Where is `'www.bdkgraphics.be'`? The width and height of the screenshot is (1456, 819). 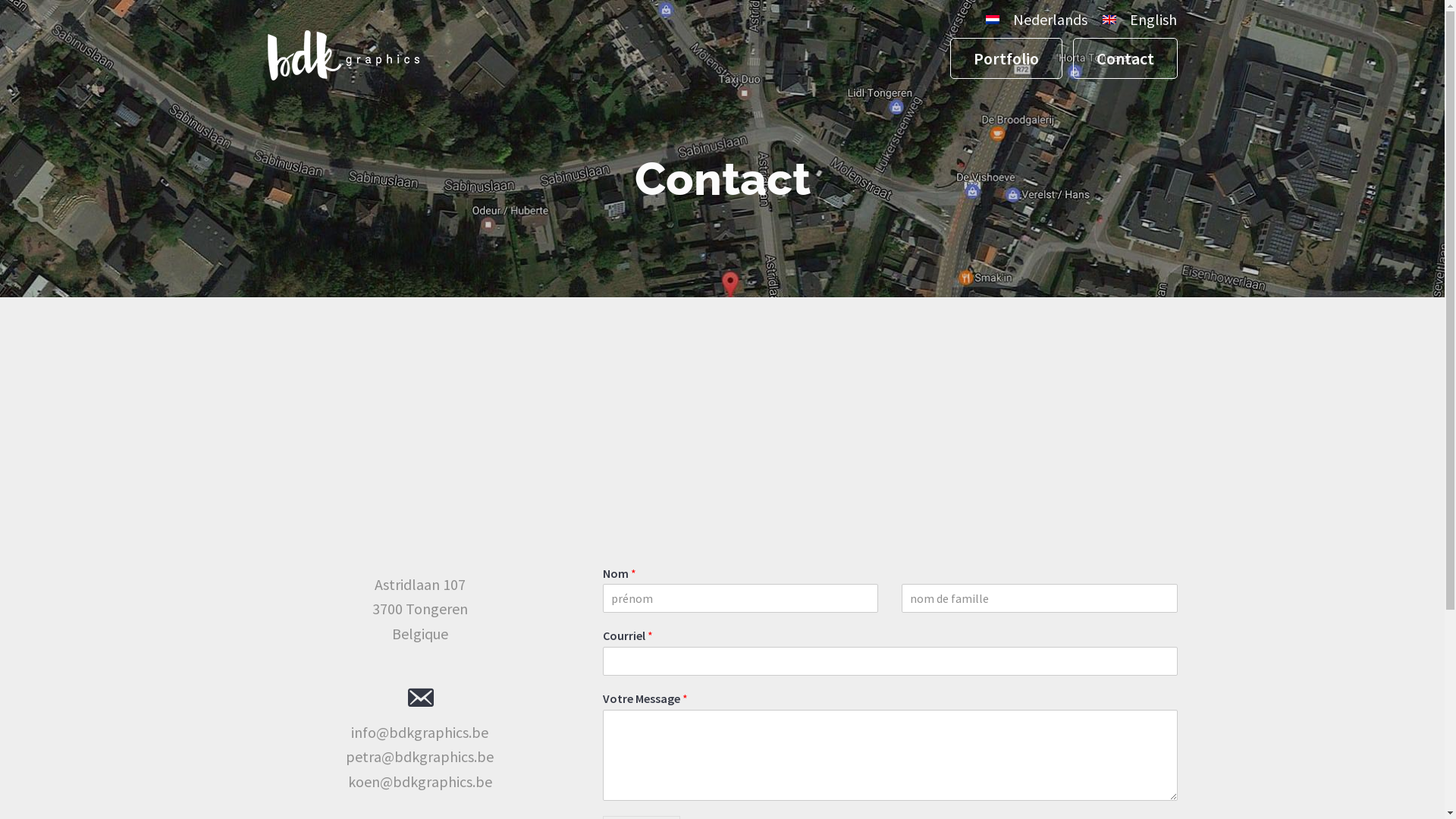 'www.bdkgraphics.be' is located at coordinates (341, 72).